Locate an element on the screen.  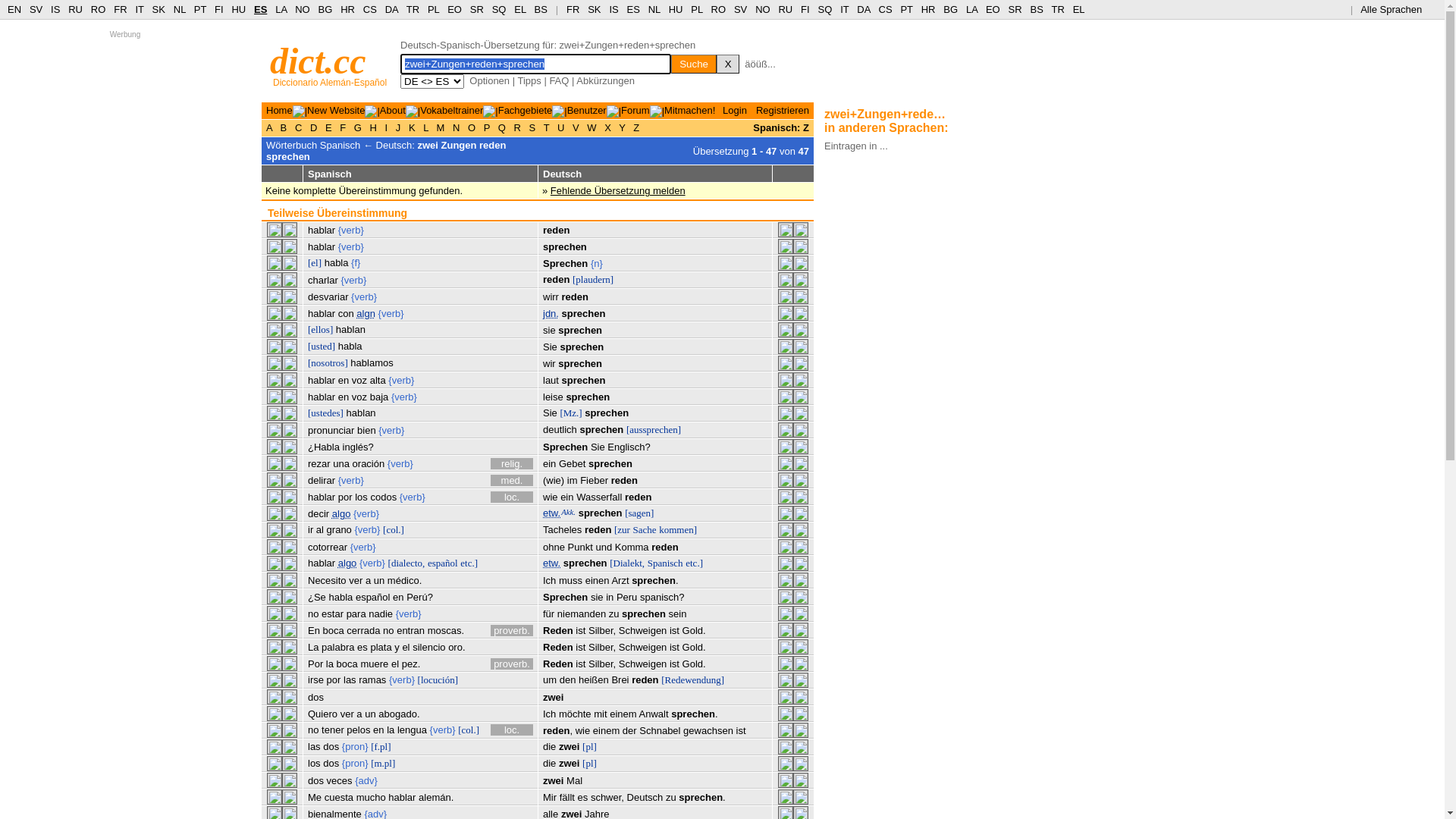
'SV' is located at coordinates (740, 9).